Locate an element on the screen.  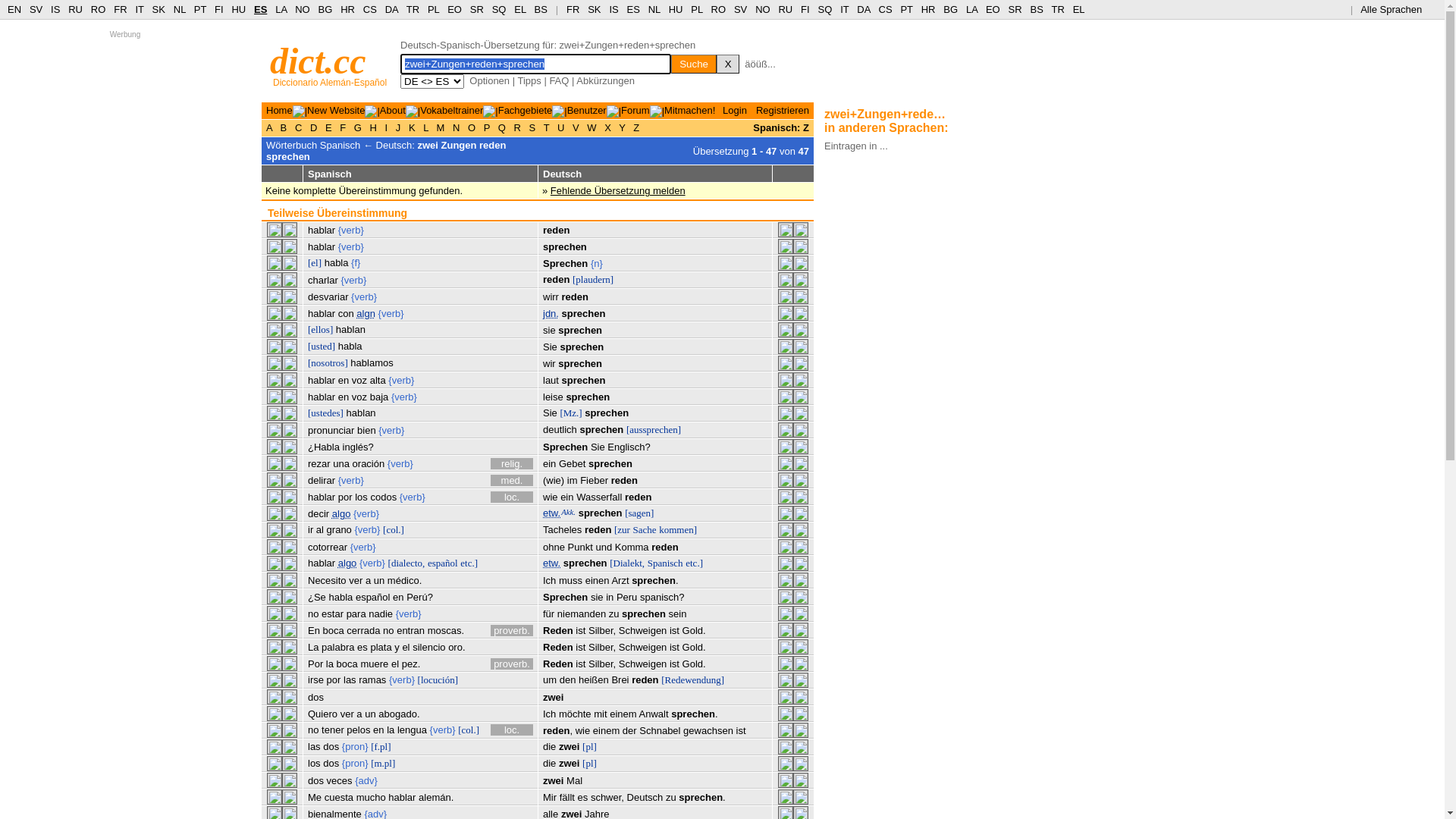
'SV' is located at coordinates (740, 9).